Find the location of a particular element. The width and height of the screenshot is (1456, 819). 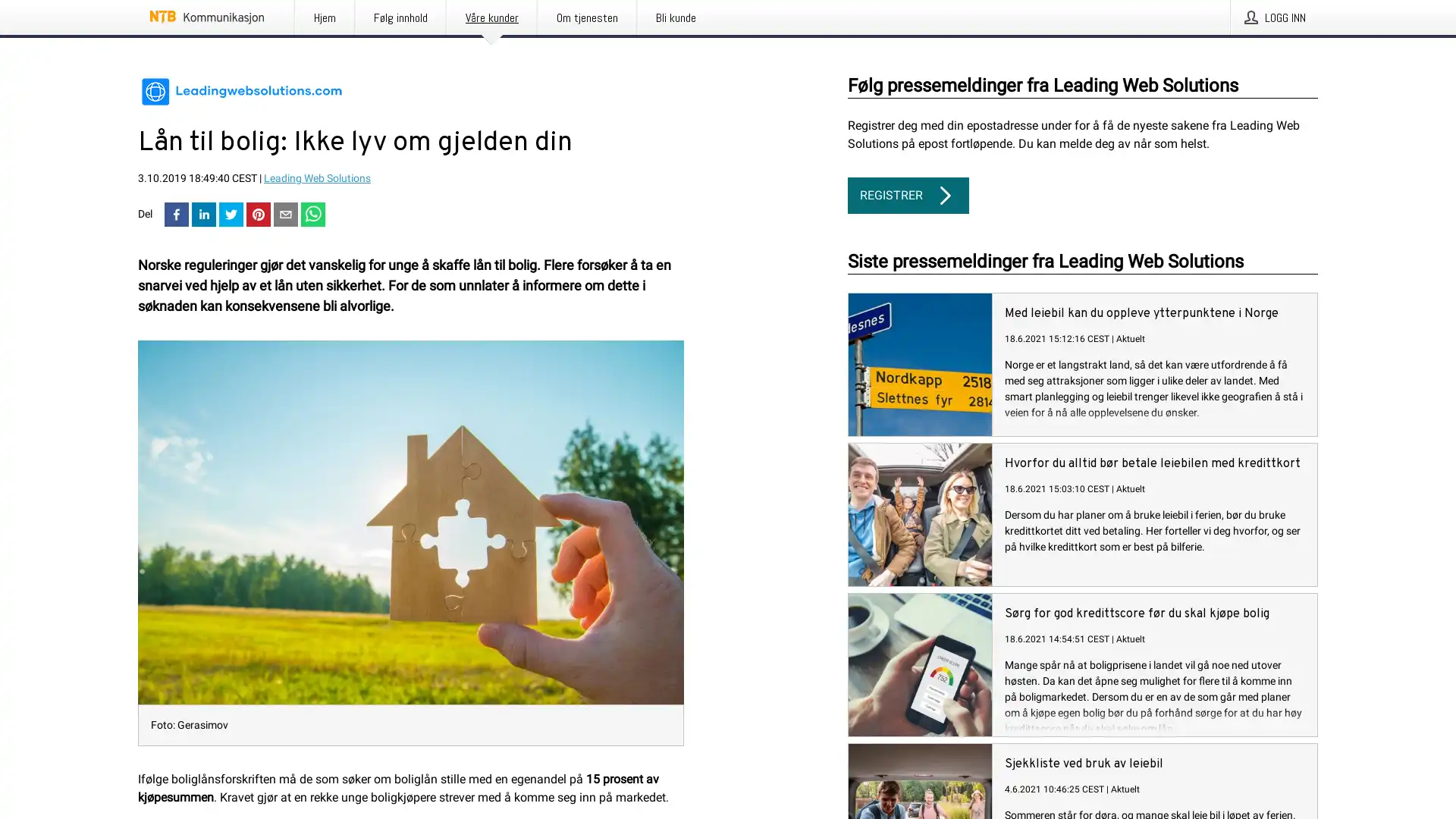

REGISTRER is located at coordinates (908, 195).